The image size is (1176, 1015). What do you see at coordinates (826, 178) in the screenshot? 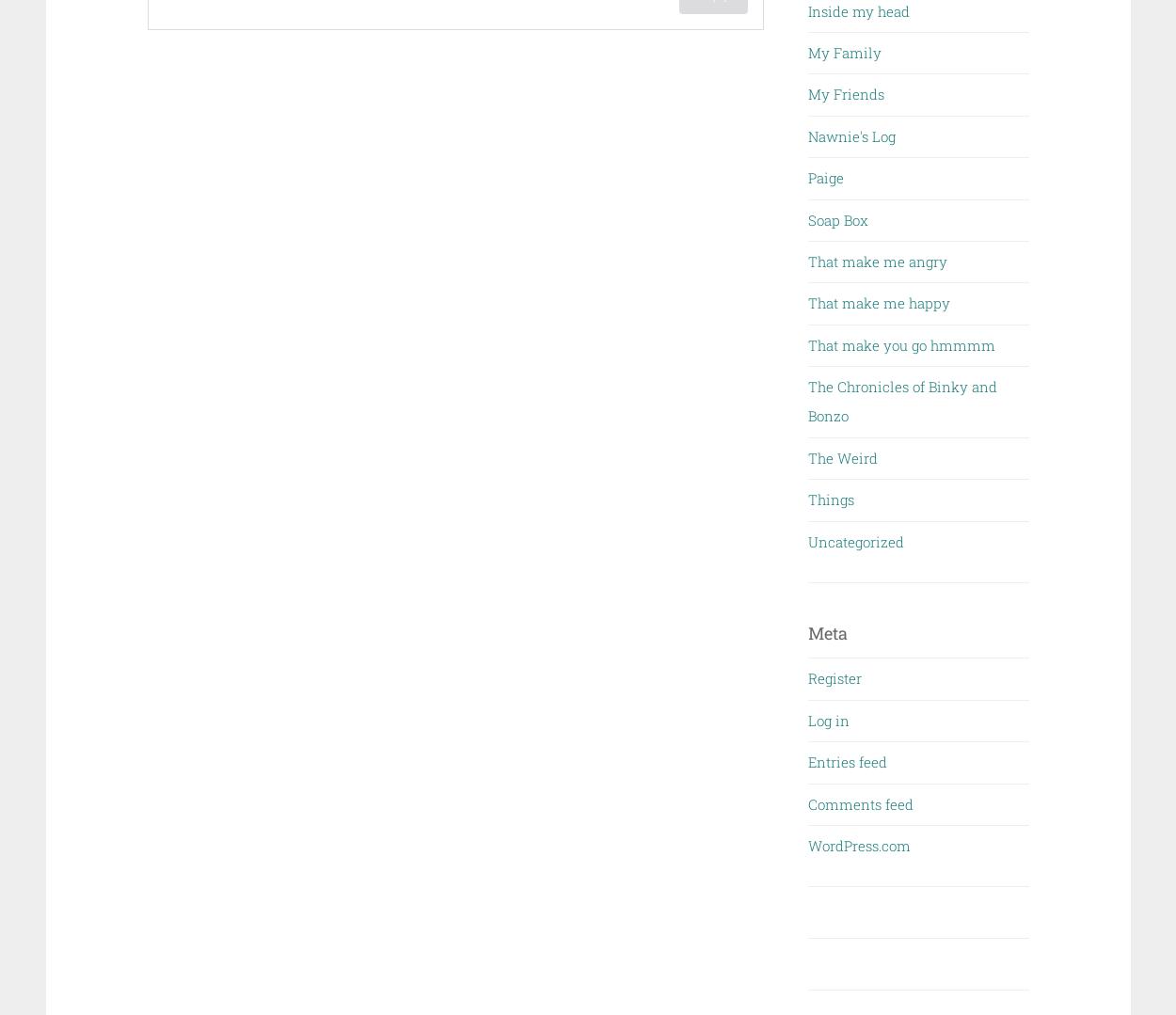
I see `'Paige'` at bounding box center [826, 178].